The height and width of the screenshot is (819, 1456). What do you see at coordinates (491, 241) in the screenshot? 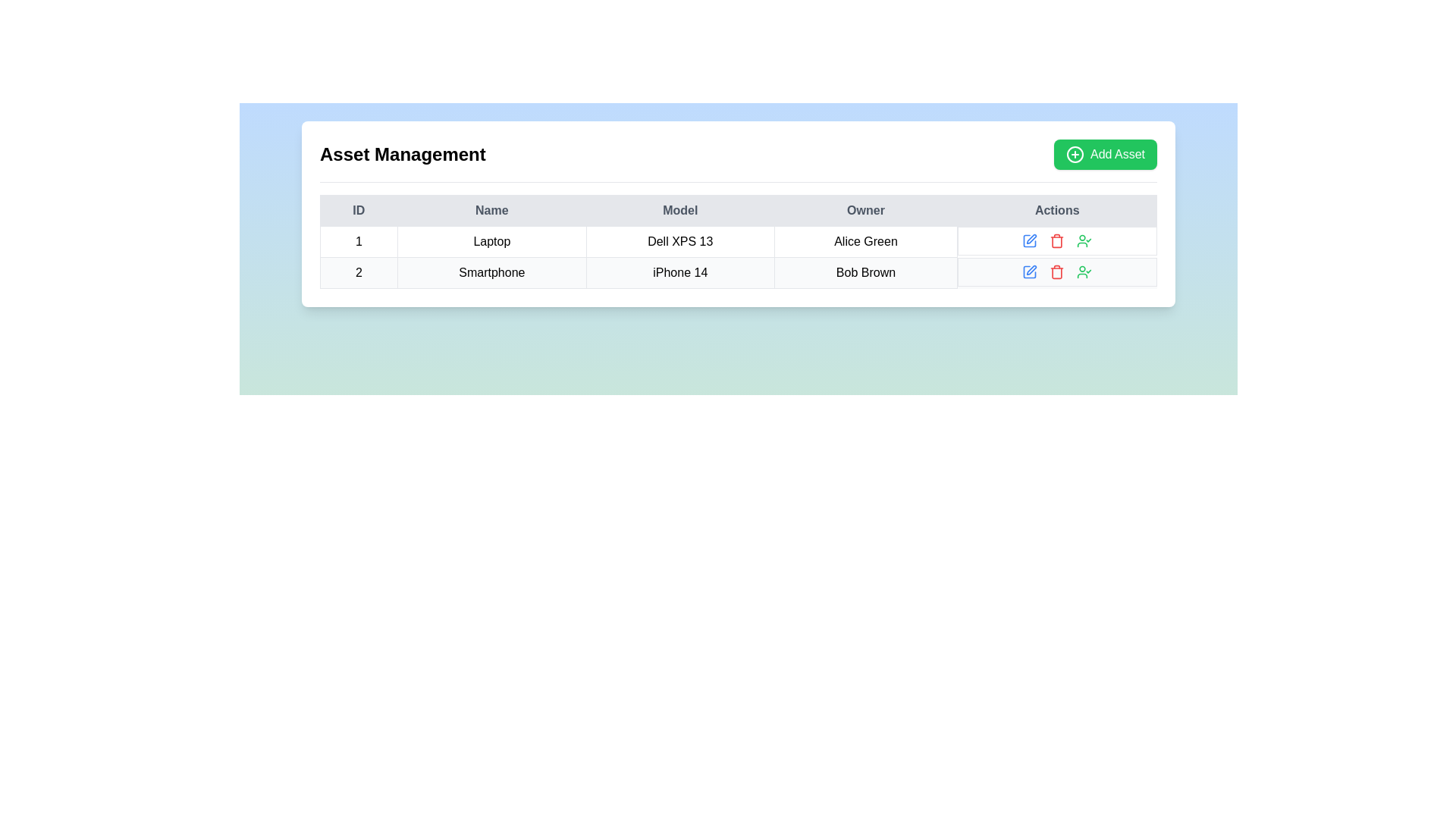
I see `the text label displaying 'Laptop' which is located in the second column of the first data row under the header 'Name' in a table structure` at bounding box center [491, 241].